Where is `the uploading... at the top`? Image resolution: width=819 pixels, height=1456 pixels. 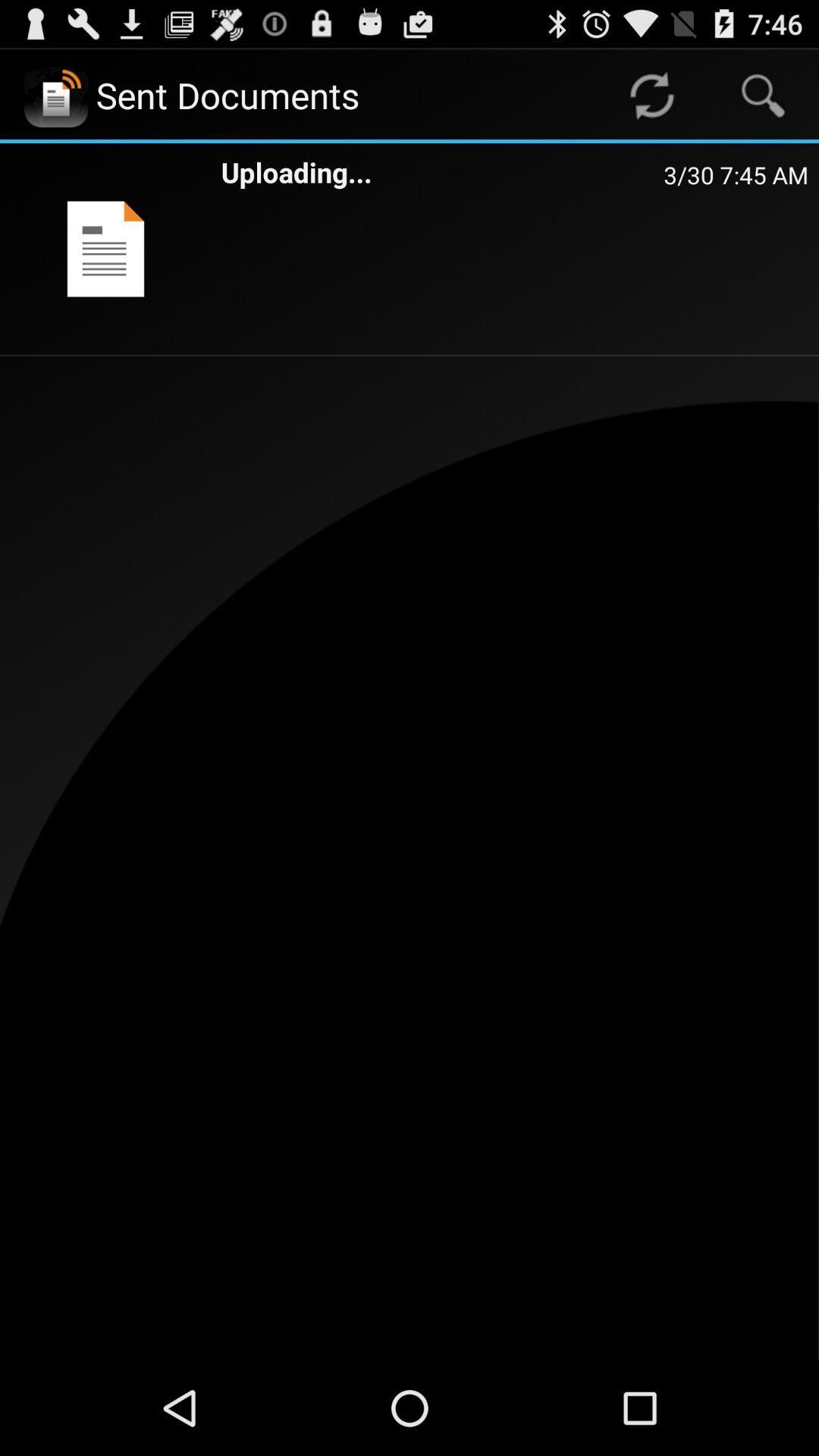 the uploading... at the top is located at coordinates (442, 172).